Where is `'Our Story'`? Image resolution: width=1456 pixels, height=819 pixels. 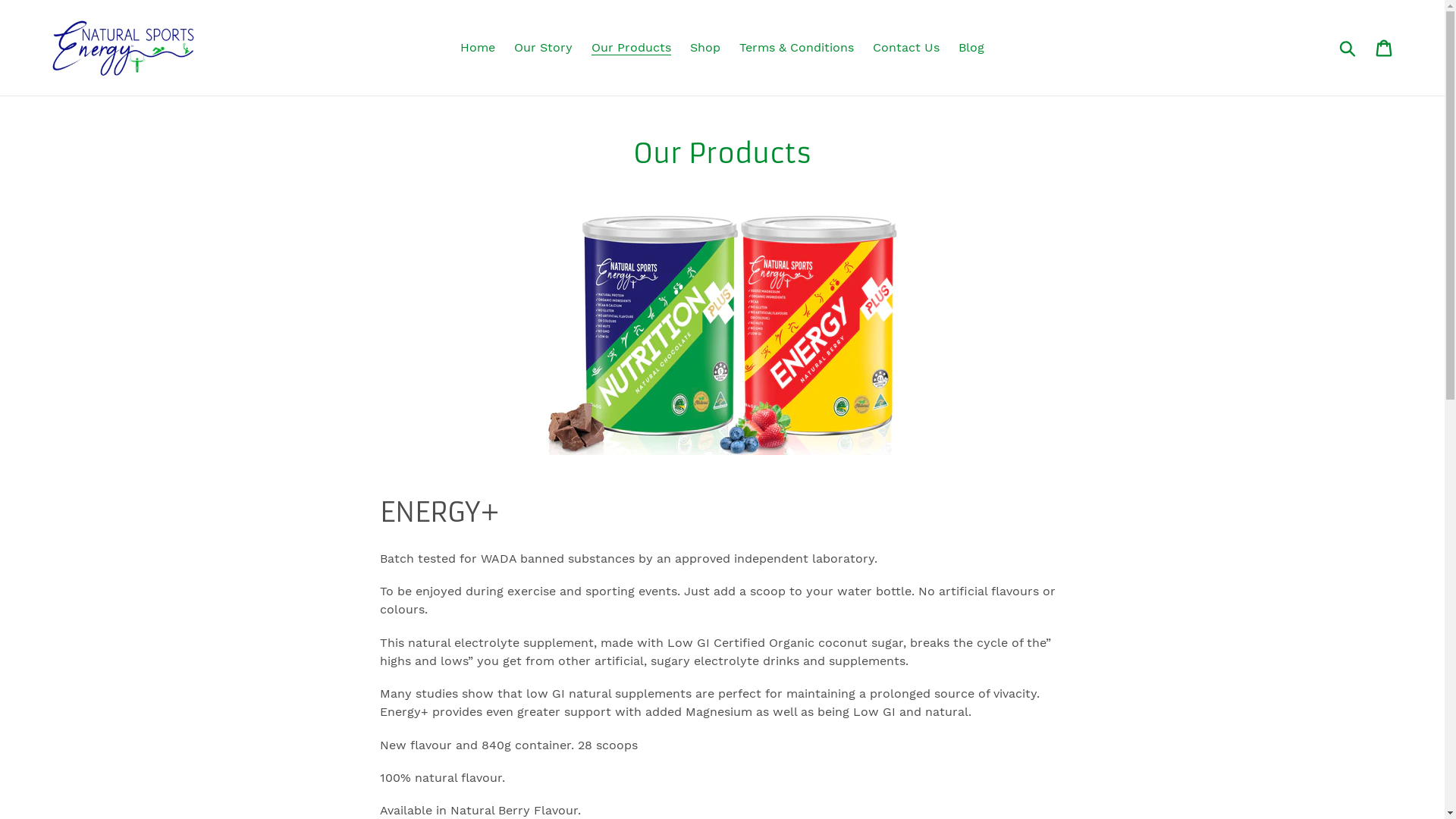 'Our Story' is located at coordinates (543, 46).